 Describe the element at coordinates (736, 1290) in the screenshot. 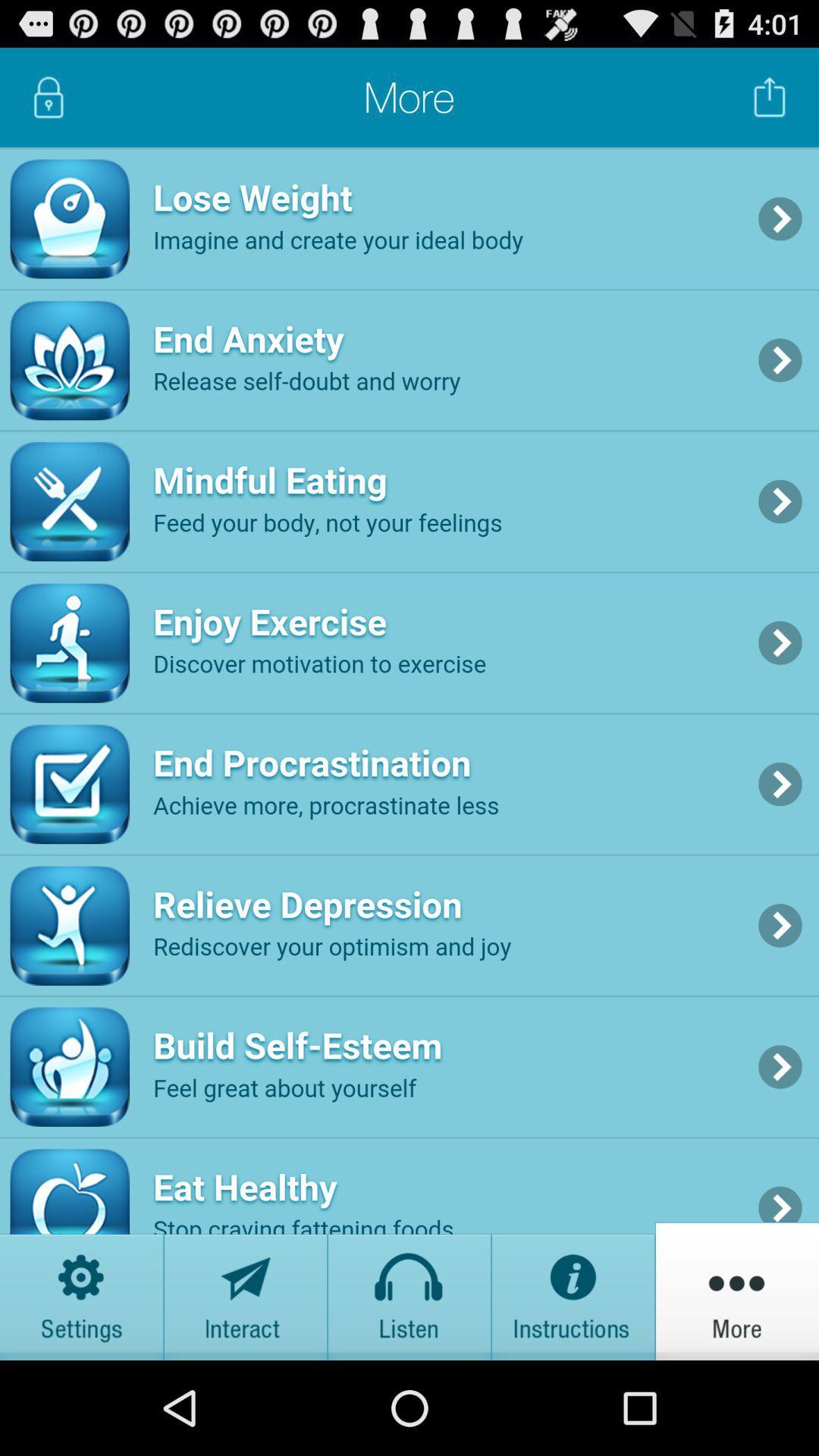

I see `more options` at that location.